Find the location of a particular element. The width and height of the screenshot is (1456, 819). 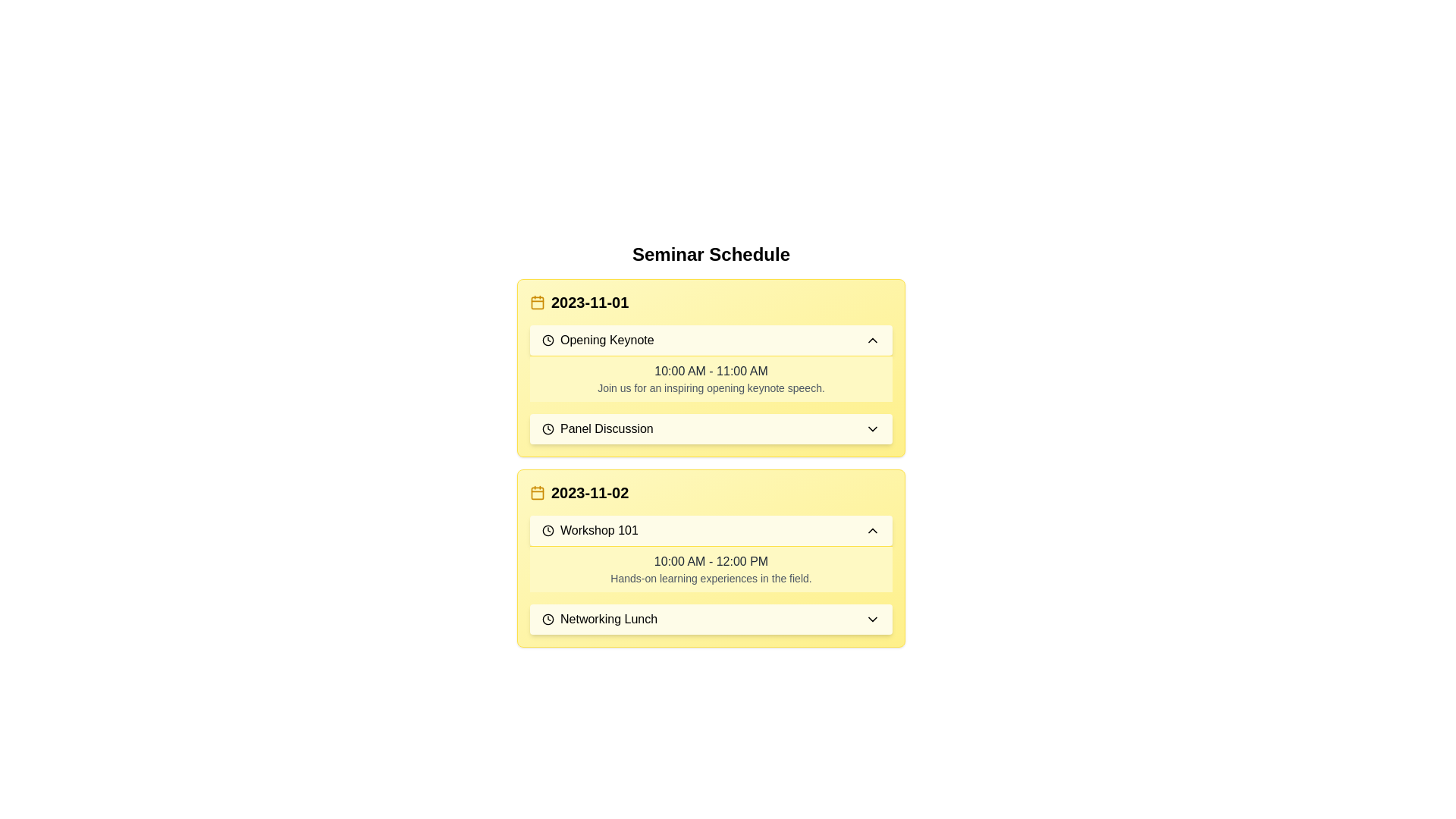

the informational card titled 'Workshop 101' with a light yellow background and dark text, located in the '2023-11-02' section is located at coordinates (710, 553).